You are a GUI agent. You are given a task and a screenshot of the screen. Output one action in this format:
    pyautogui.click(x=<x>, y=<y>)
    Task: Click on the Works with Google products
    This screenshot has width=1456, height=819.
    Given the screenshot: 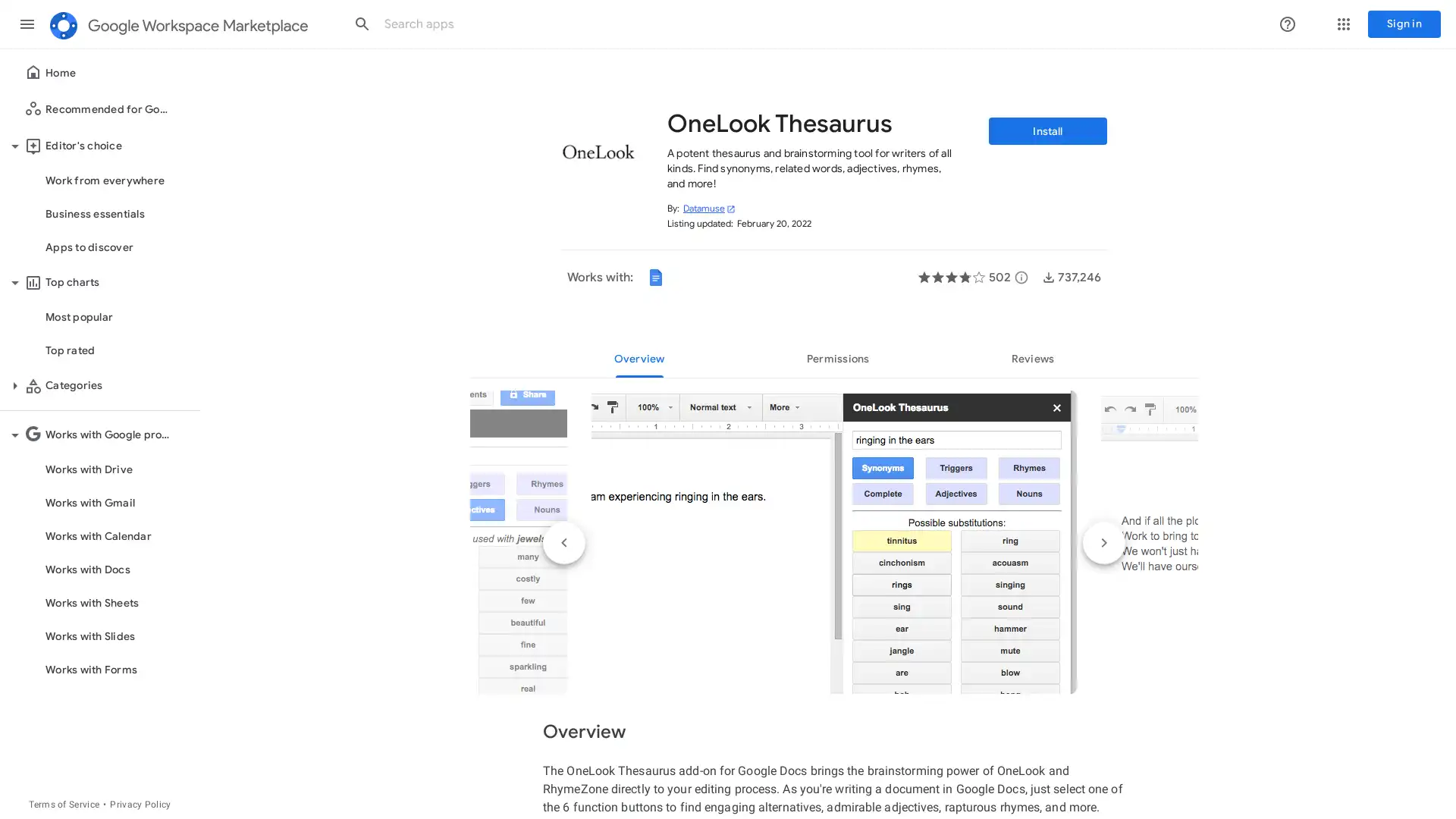 What is the action you would take?
    pyautogui.click(x=14, y=435)
    